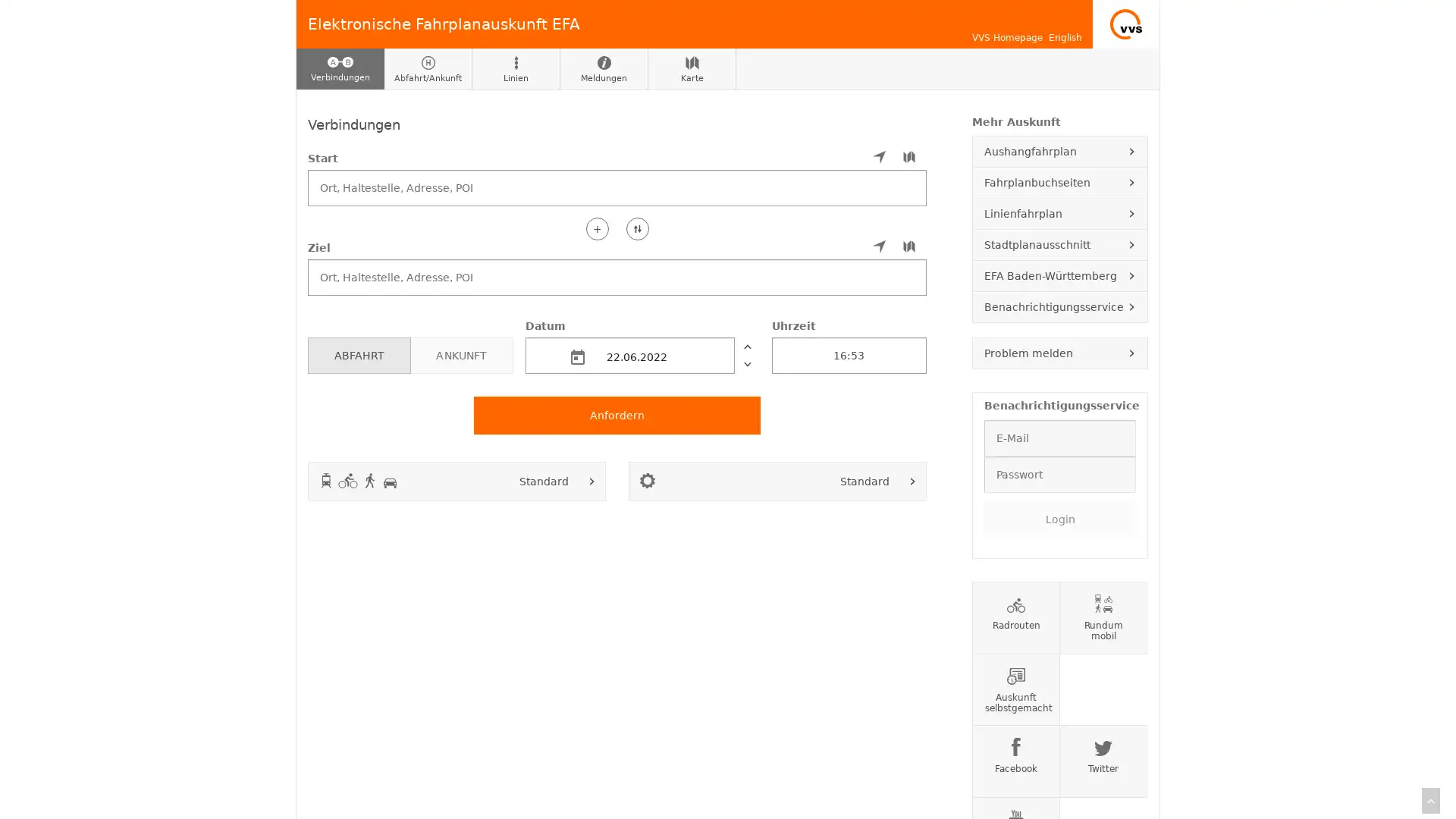 This screenshot has height=819, width=1456. I want to click on ANKUNFT, so click(460, 354).